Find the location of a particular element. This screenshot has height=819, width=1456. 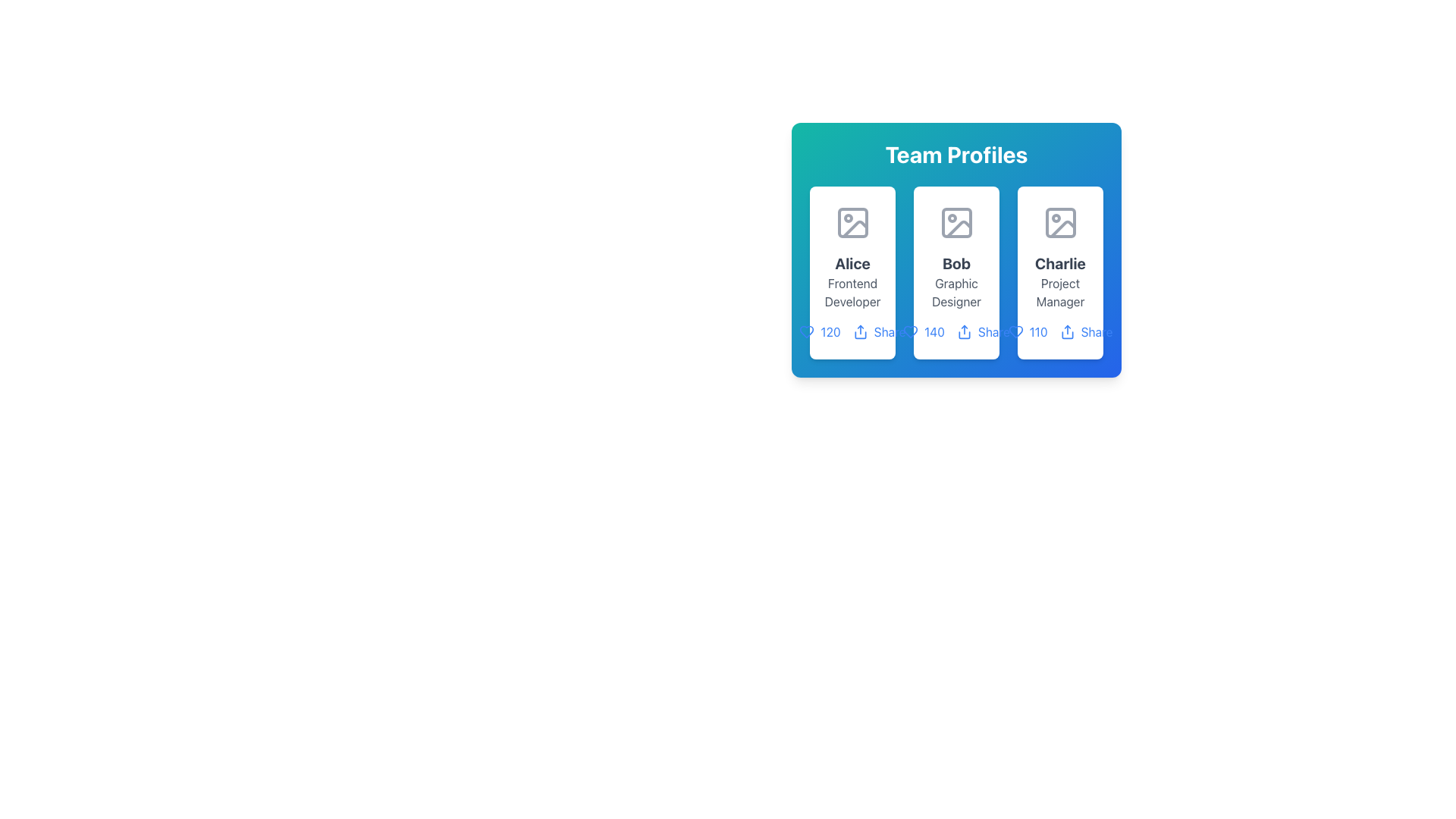

the text component displaying 'Frontend Developer' styled in gray, located in the center of the leftmost team profile card beneath 'Alice' is located at coordinates (852, 292).